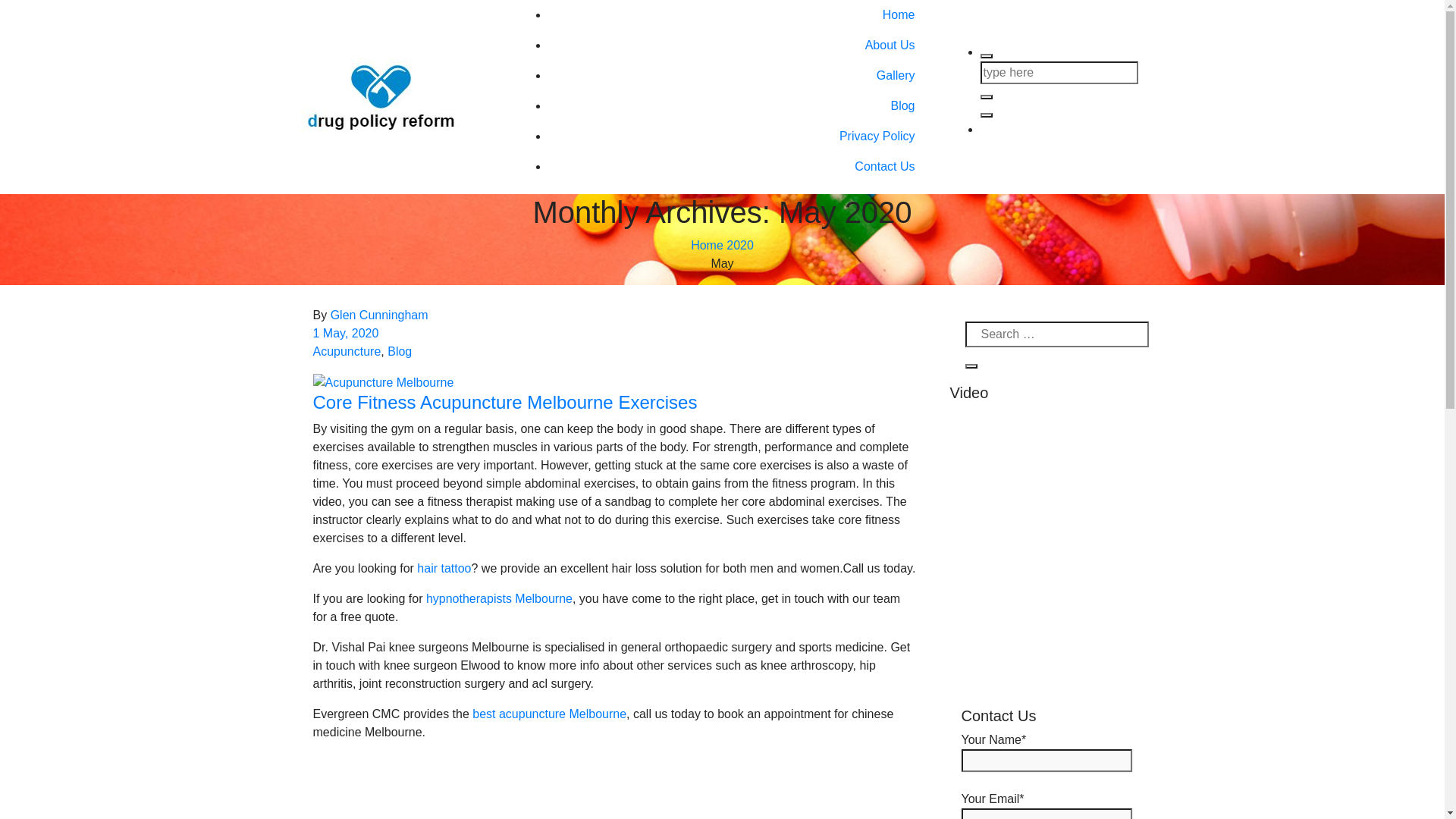  I want to click on 'About Us', so click(736, 45).